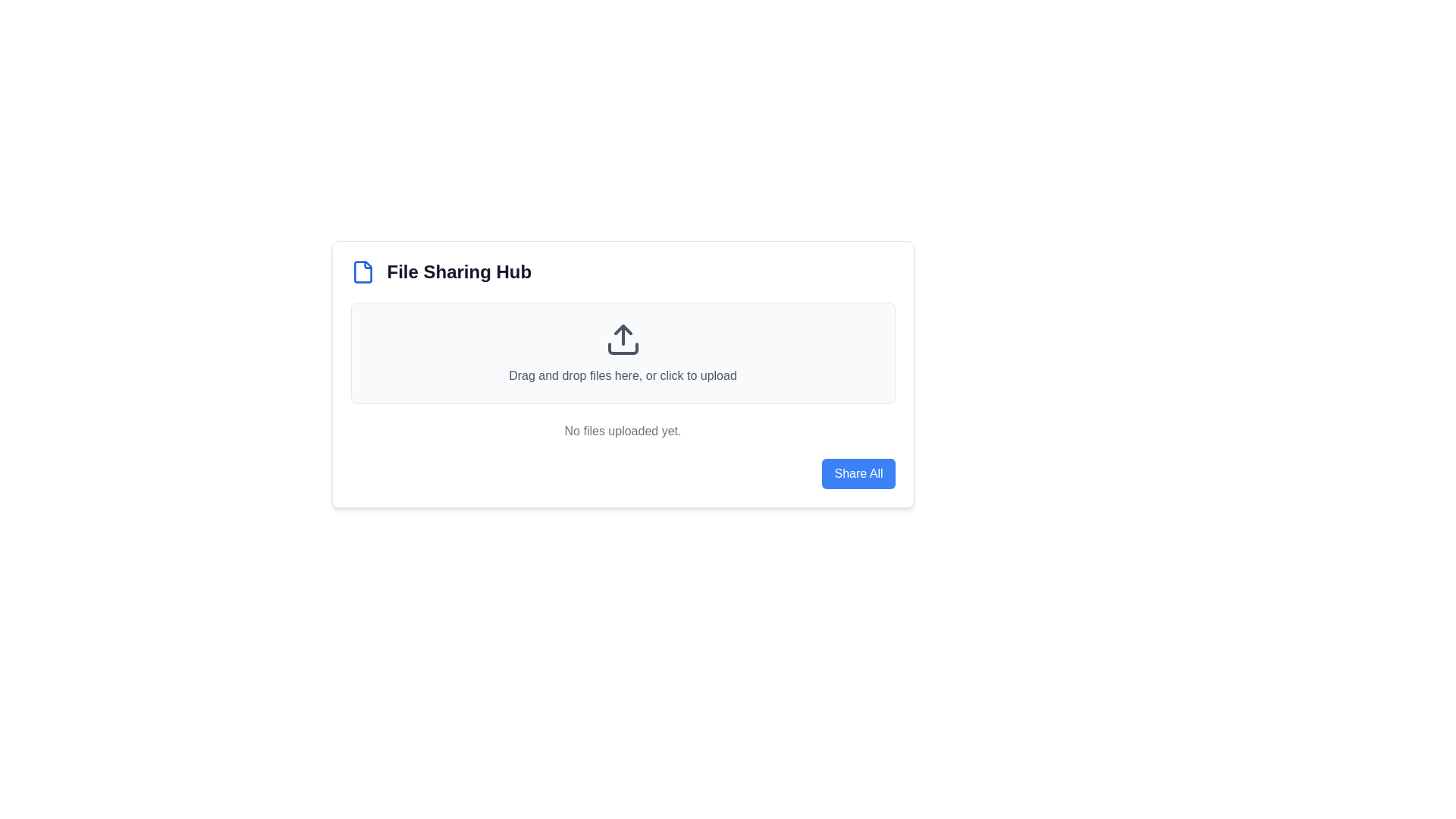 The height and width of the screenshot is (819, 1456). What do you see at coordinates (623, 353) in the screenshot?
I see `the File upload drag-and-drop area` at bounding box center [623, 353].